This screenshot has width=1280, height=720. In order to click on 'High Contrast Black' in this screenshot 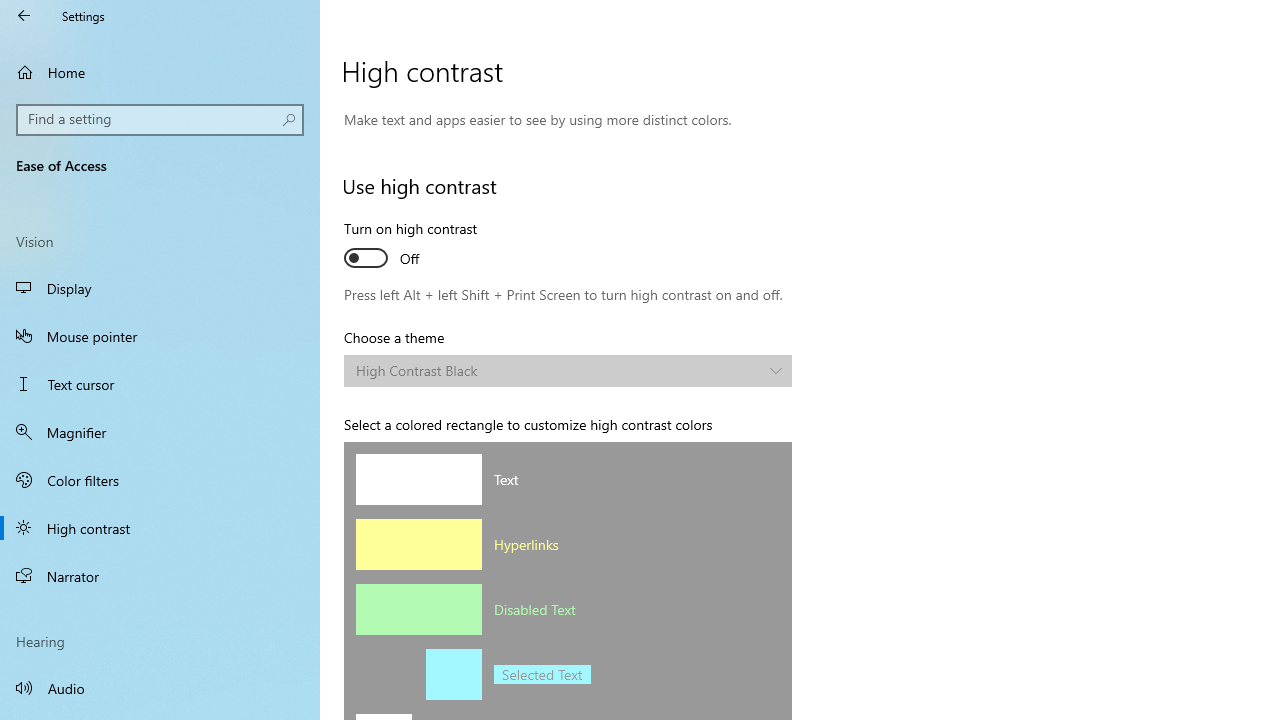, I will do `click(558, 370)`.